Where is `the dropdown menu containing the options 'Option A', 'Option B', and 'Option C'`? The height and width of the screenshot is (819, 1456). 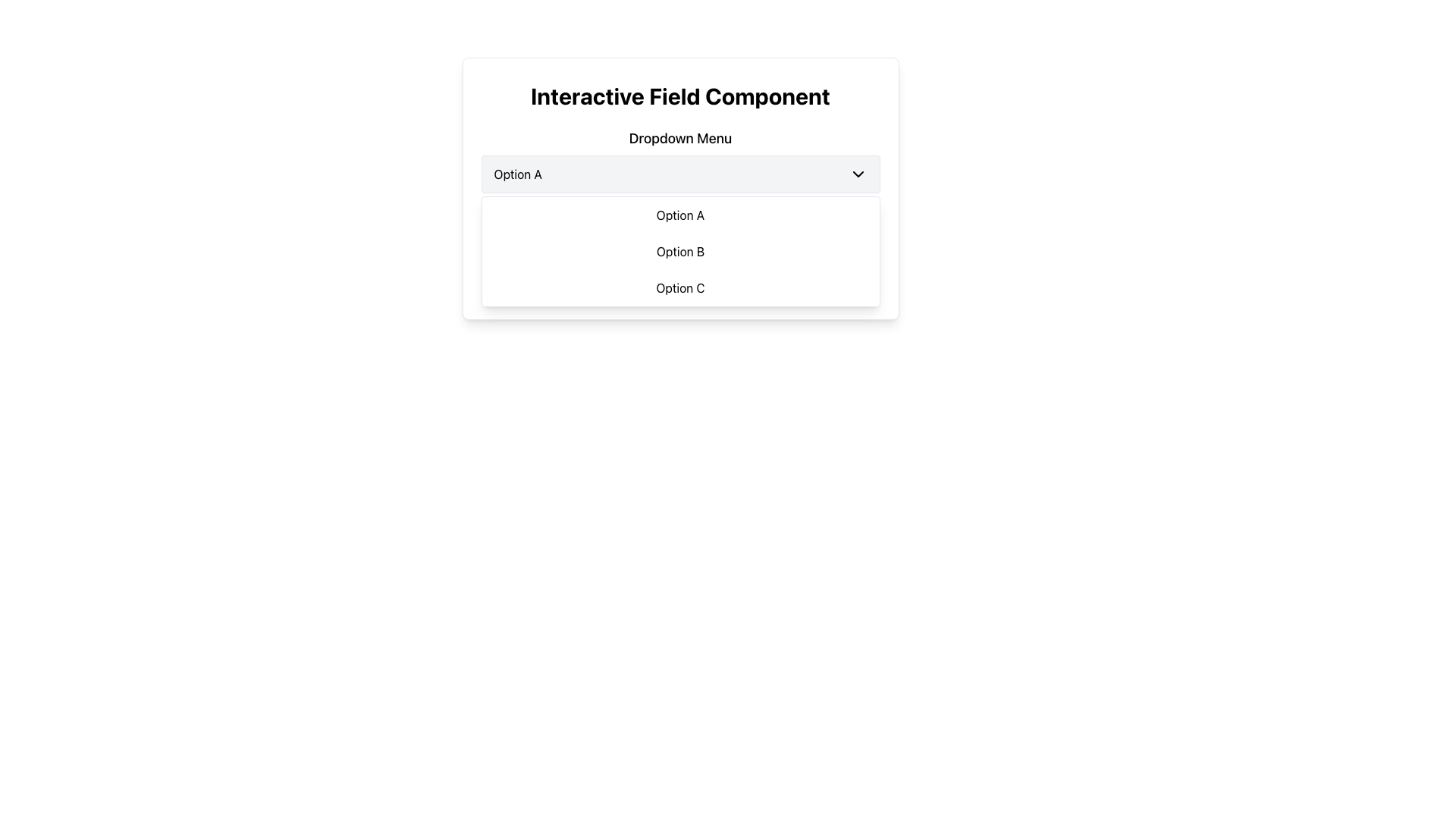 the dropdown menu containing the options 'Option A', 'Option B', and 'Option C' is located at coordinates (679, 250).